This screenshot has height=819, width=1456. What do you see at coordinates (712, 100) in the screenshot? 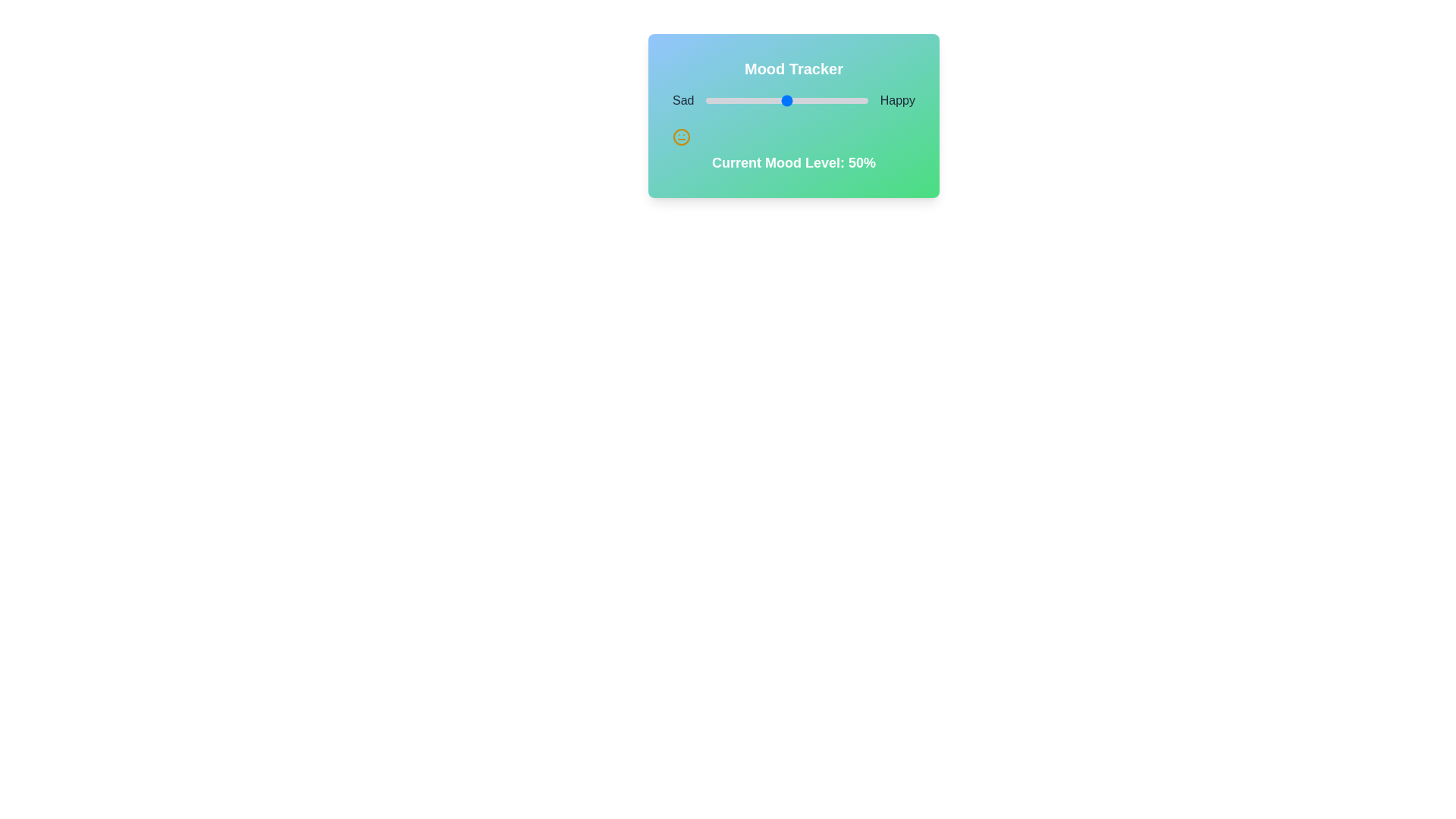
I see `the mood slider to set the mood value to 4` at bounding box center [712, 100].